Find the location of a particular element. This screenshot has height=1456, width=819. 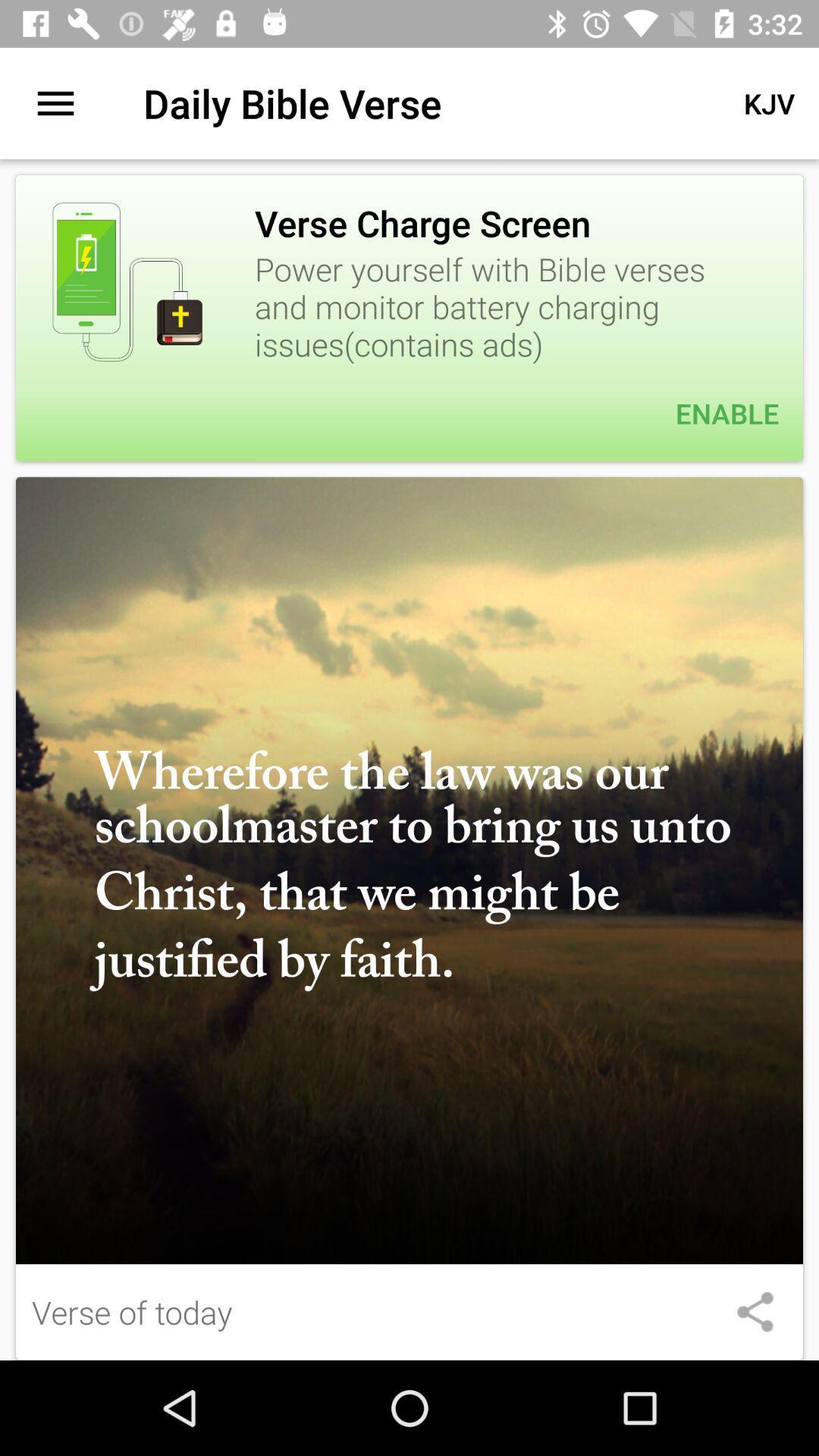

app next to the daily bible verse app is located at coordinates (769, 102).